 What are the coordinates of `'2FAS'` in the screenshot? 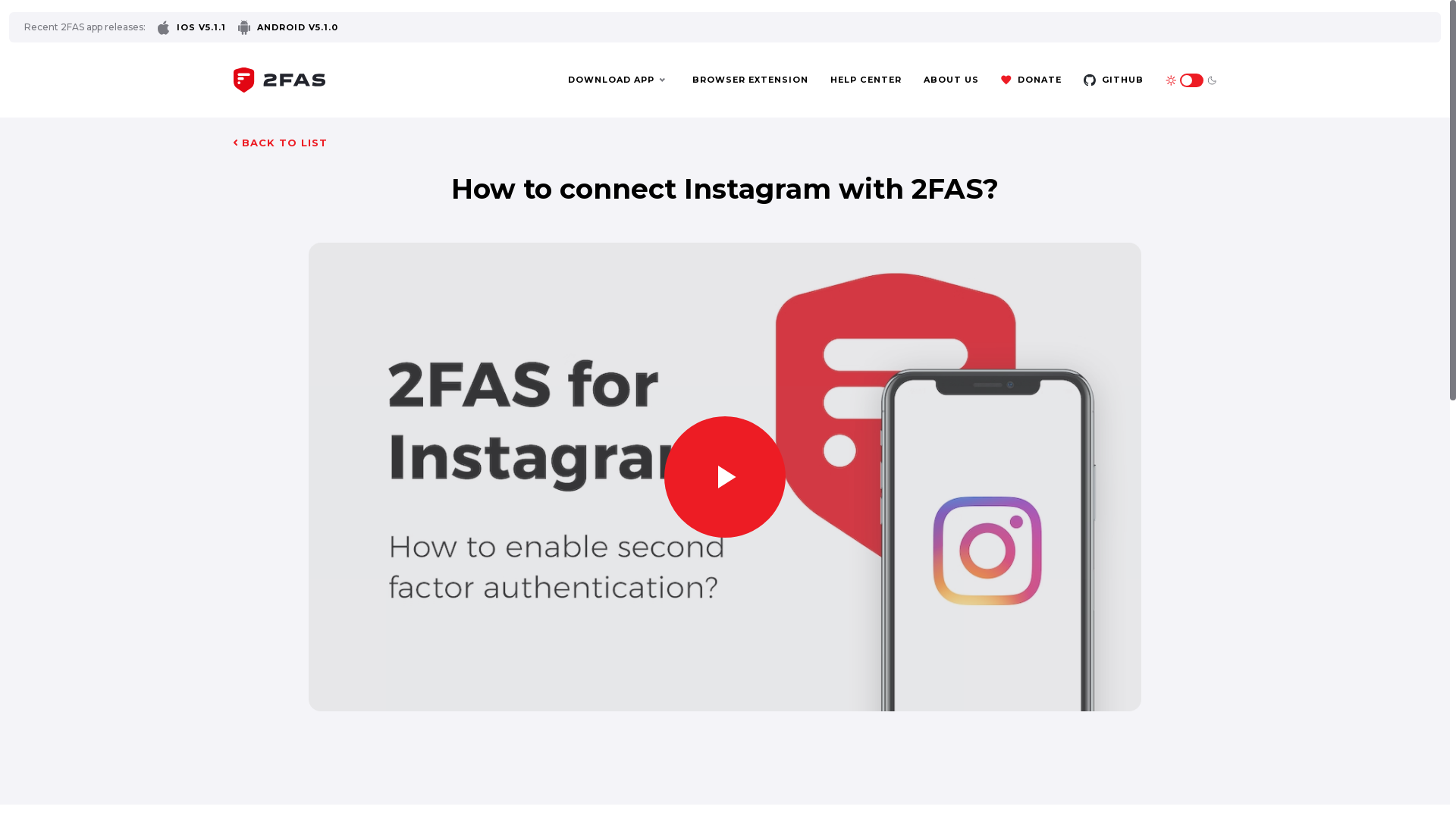 It's located at (279, 79).